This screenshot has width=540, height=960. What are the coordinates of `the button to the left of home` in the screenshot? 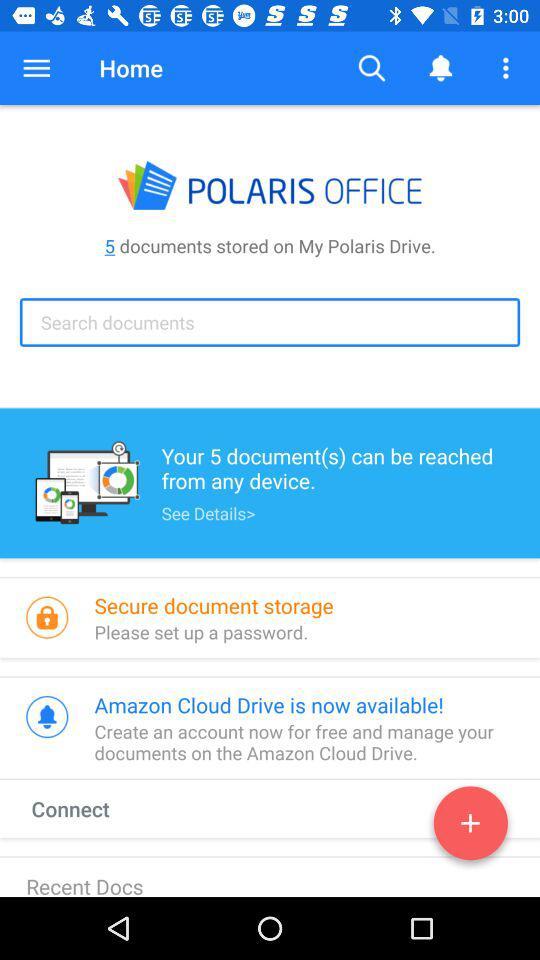 It's located at (36, 68).